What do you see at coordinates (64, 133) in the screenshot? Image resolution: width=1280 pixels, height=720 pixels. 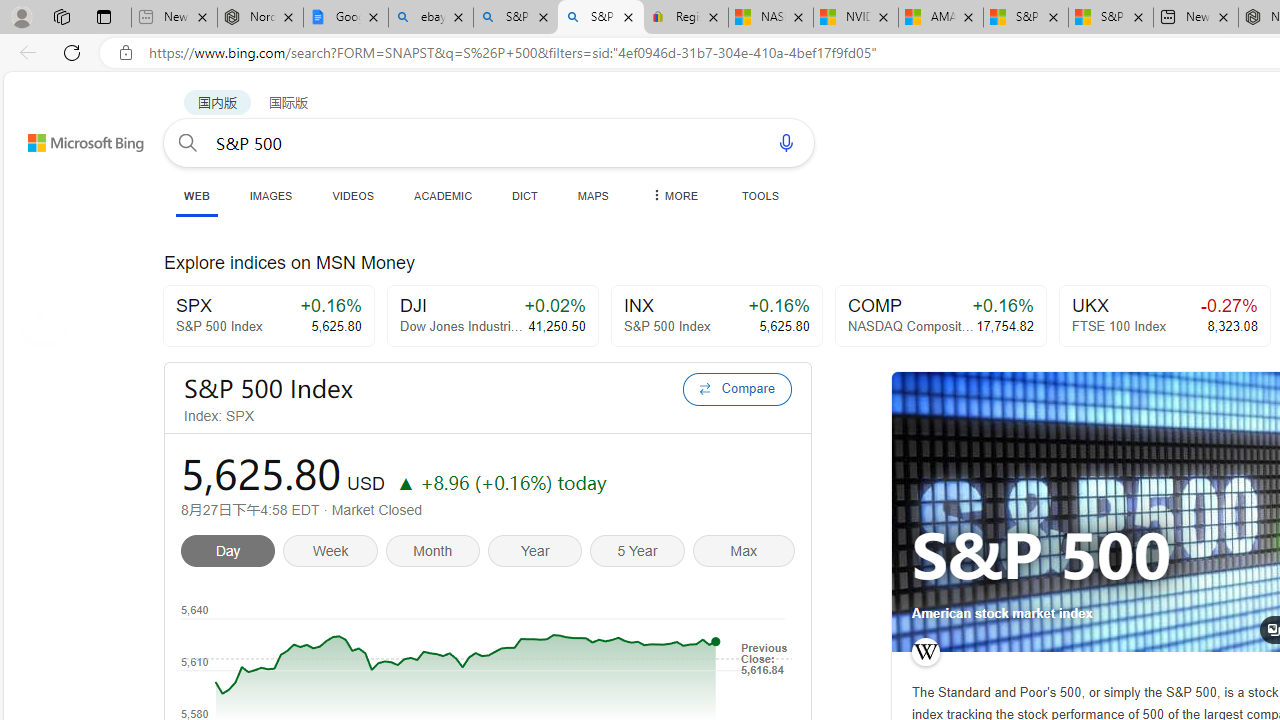 I see `'Skip to content'` at bounding box center [64, 133].